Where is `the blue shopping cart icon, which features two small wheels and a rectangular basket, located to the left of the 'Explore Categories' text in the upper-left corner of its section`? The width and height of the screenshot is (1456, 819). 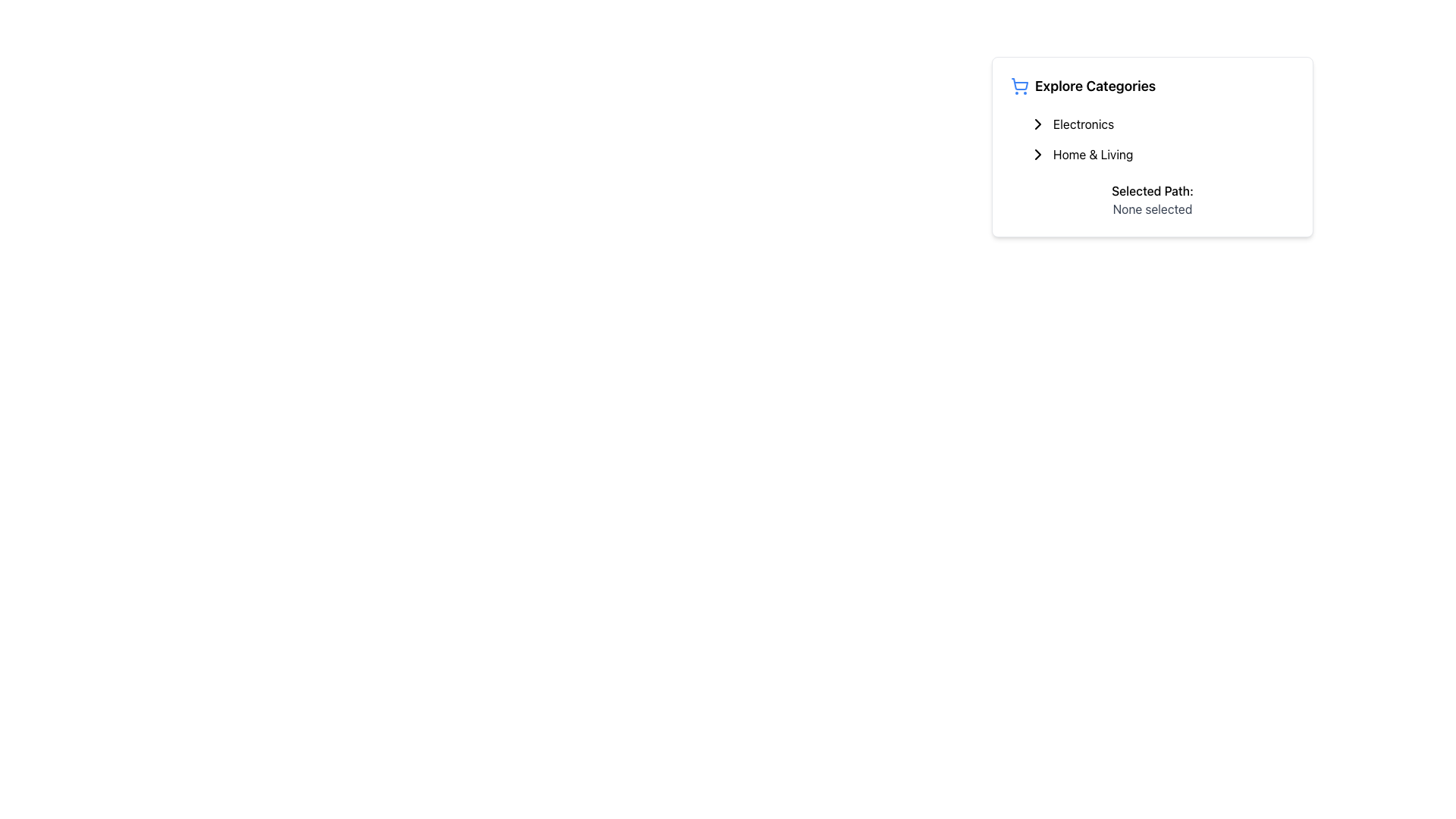
the blue shopping cart icon, which features two small wheels and a rectangular basket, located to the left of the 'Explore Categories' text in the upper-left corner of its section is located at coordinates (1019, 86).